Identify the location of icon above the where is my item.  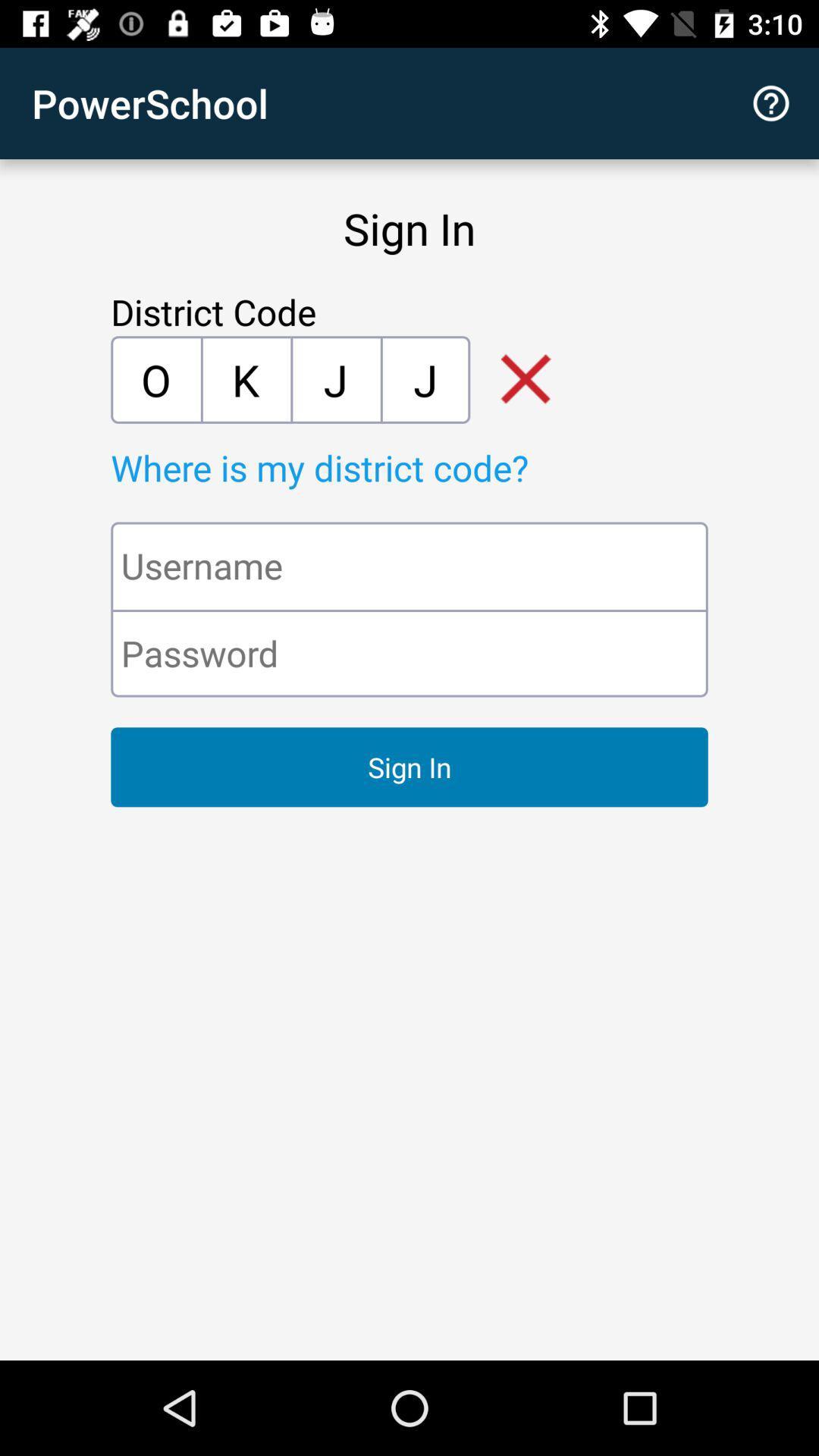
(245, 379).